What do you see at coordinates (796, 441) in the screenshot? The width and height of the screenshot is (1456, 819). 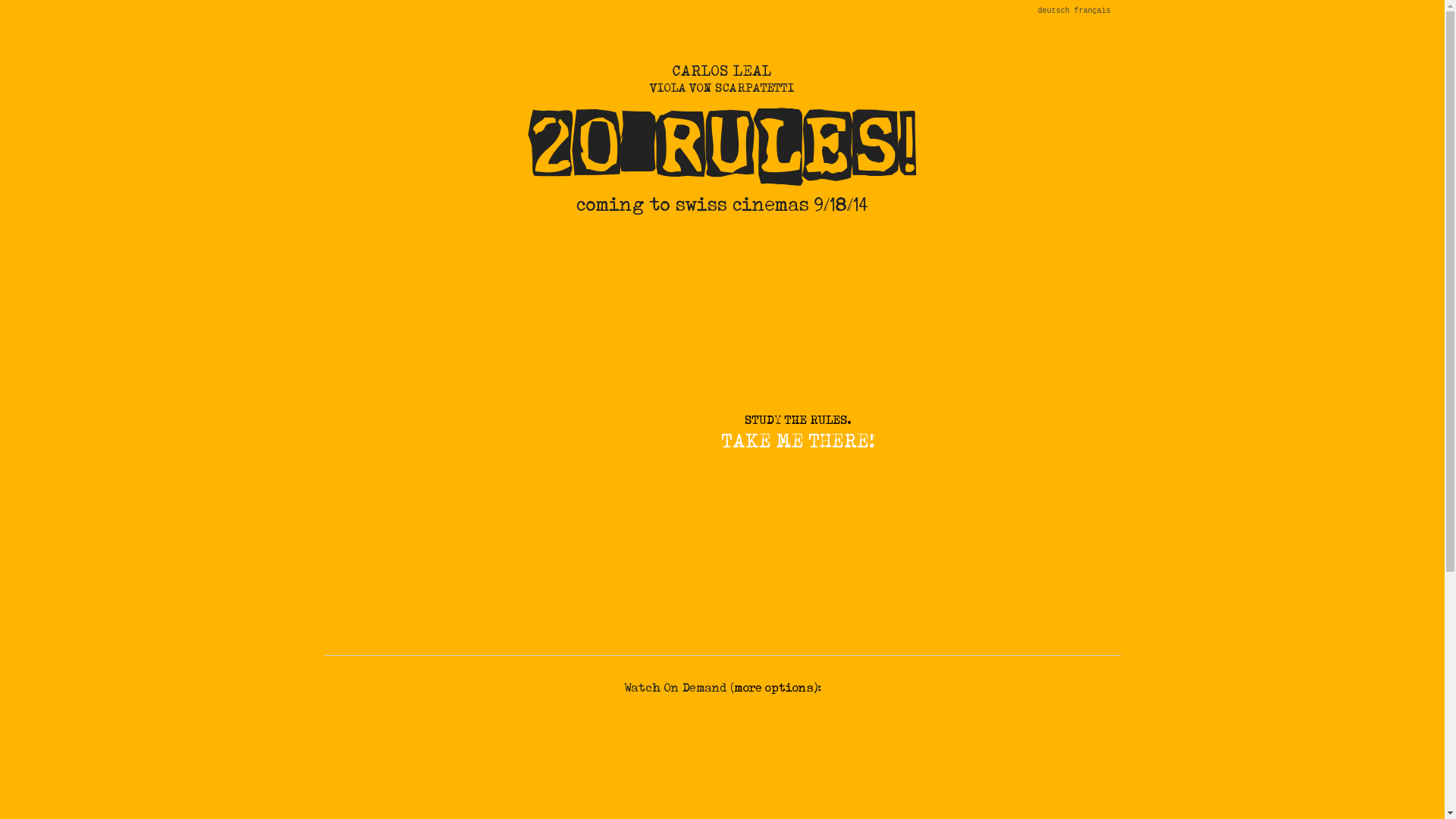 I see `'TAKE ME THERE!'` at bounding box center [796, 441].